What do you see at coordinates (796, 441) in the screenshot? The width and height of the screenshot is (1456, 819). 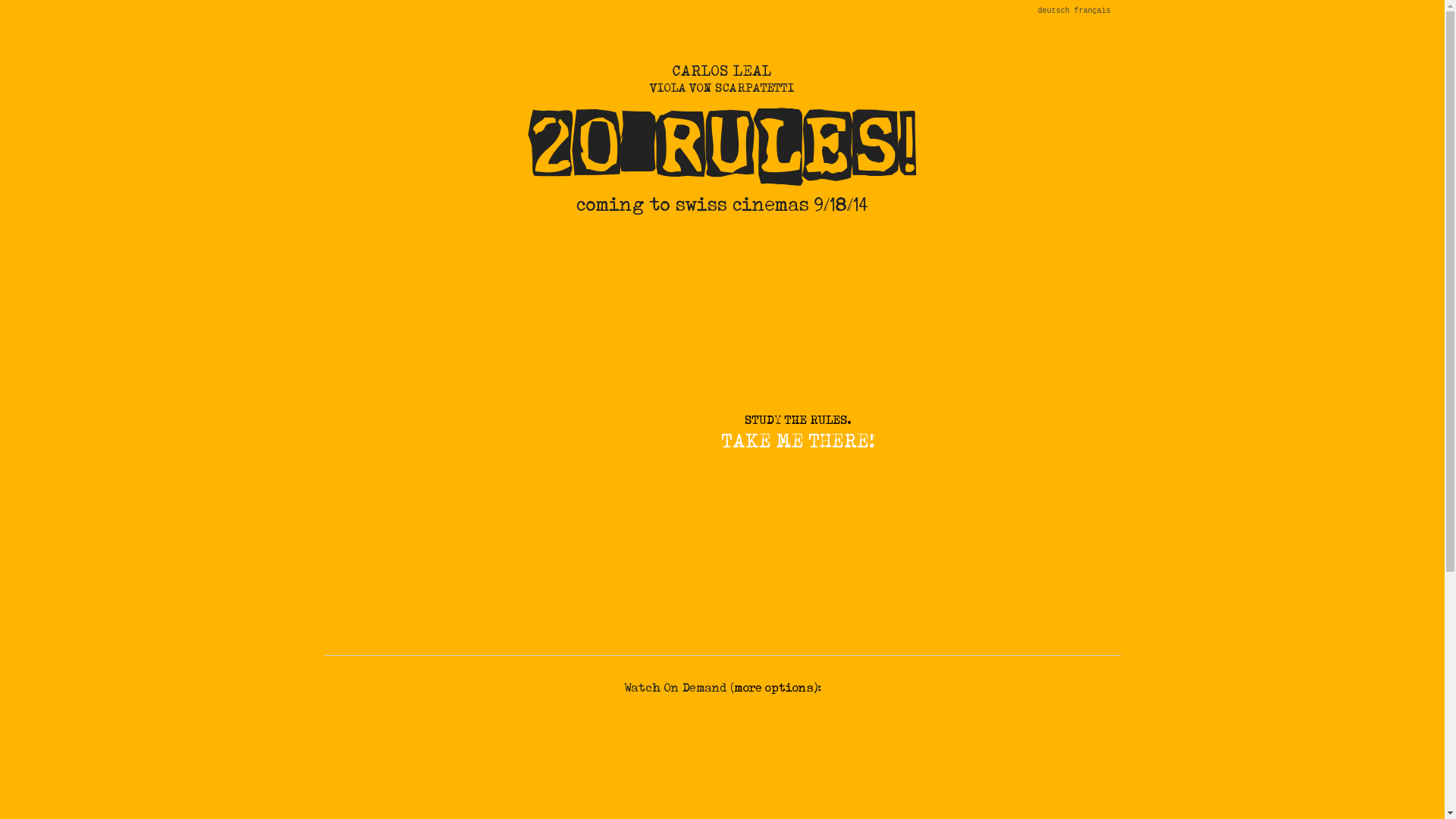 I see `'TAKE ME THERE!'` at bounding box center [796, 441].